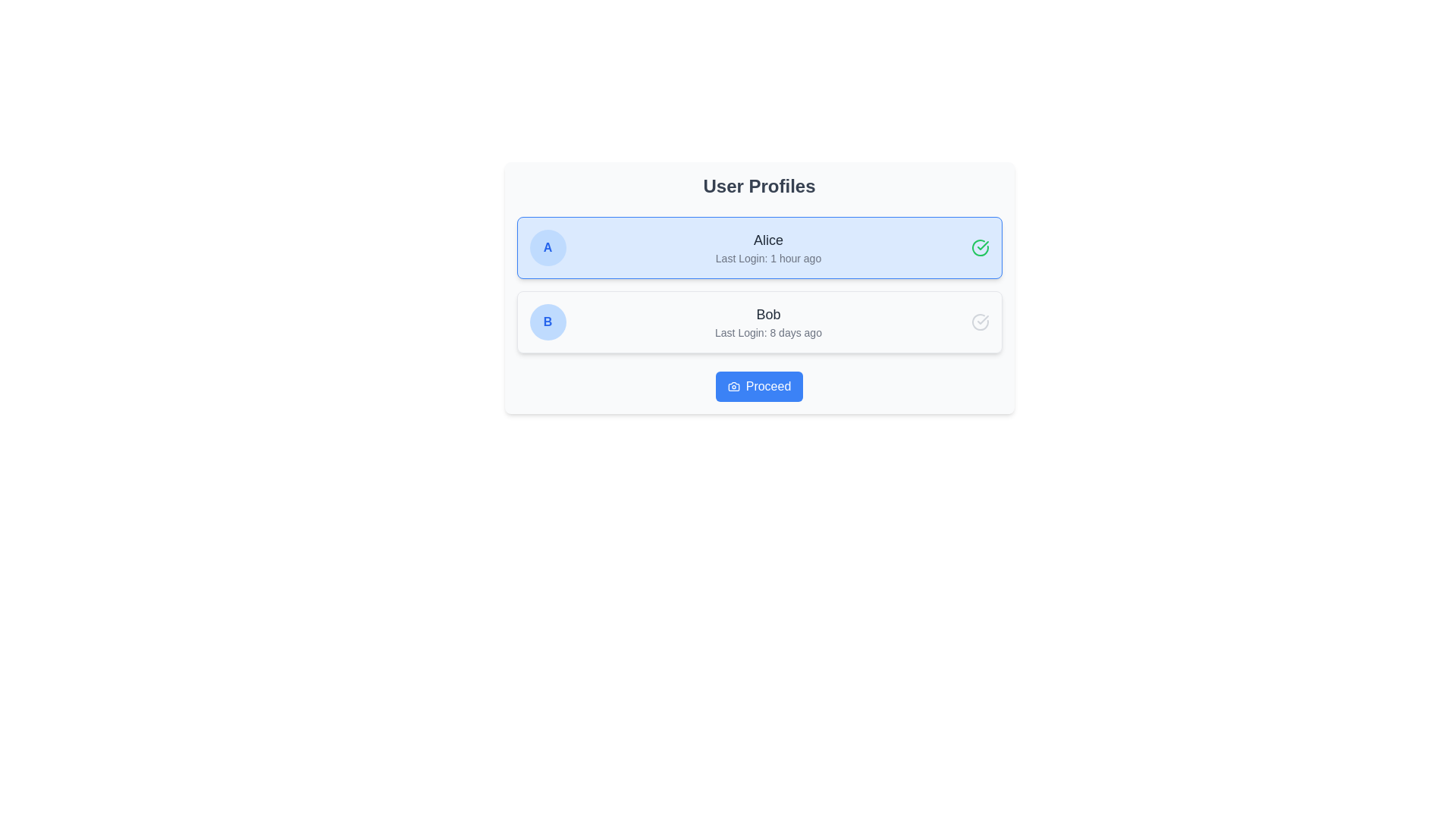  What do you see at coordinates (768, 314) in the screenshot?
I see `the static text label displaying the name 'Bob' in bold, which is located in the second user profile segment beneath the header for User B` at bounding box center [768, 314].